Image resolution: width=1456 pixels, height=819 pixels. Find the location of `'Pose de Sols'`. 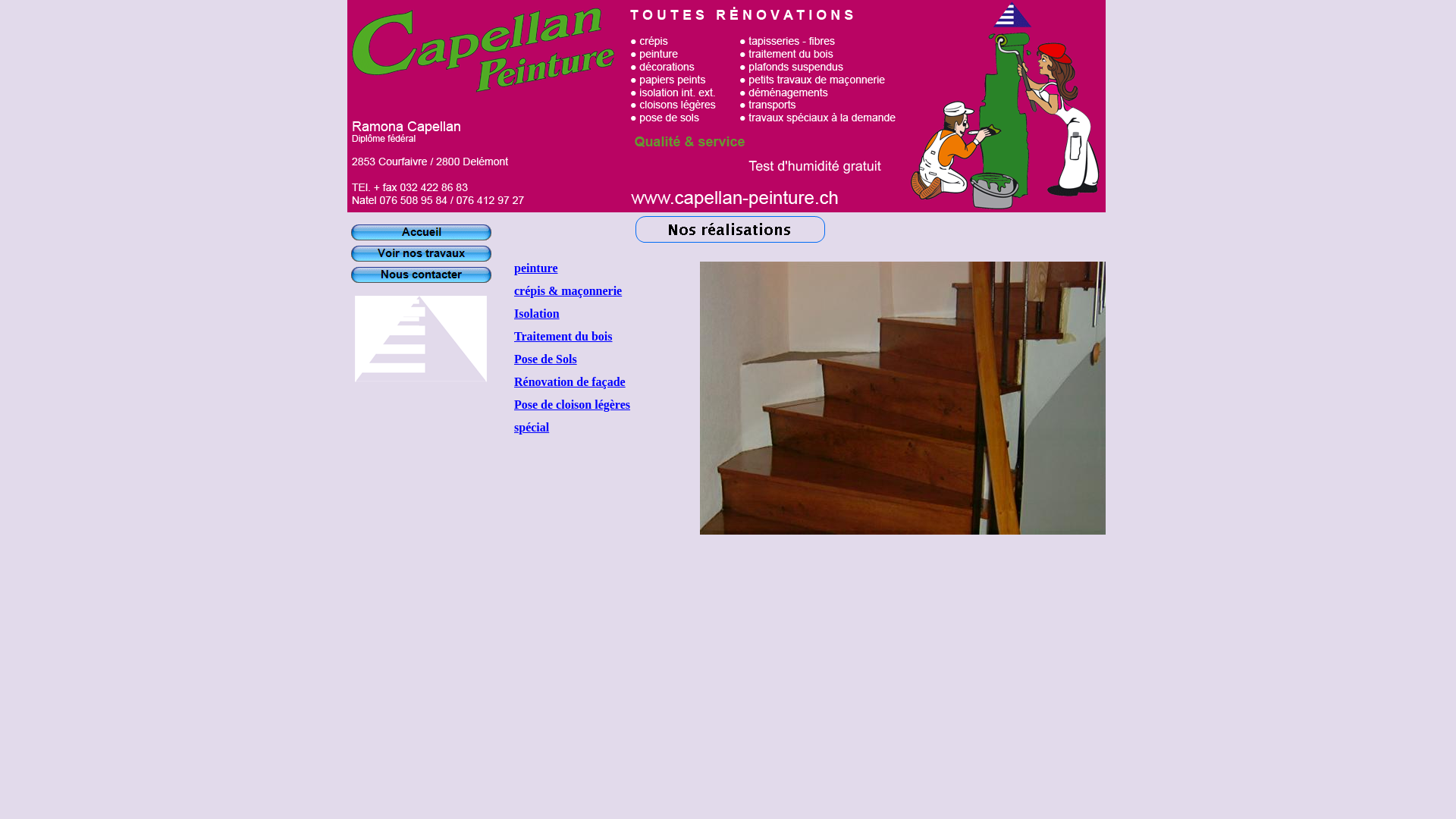

'Pose de Sols' is located at coordinates (513, 359).